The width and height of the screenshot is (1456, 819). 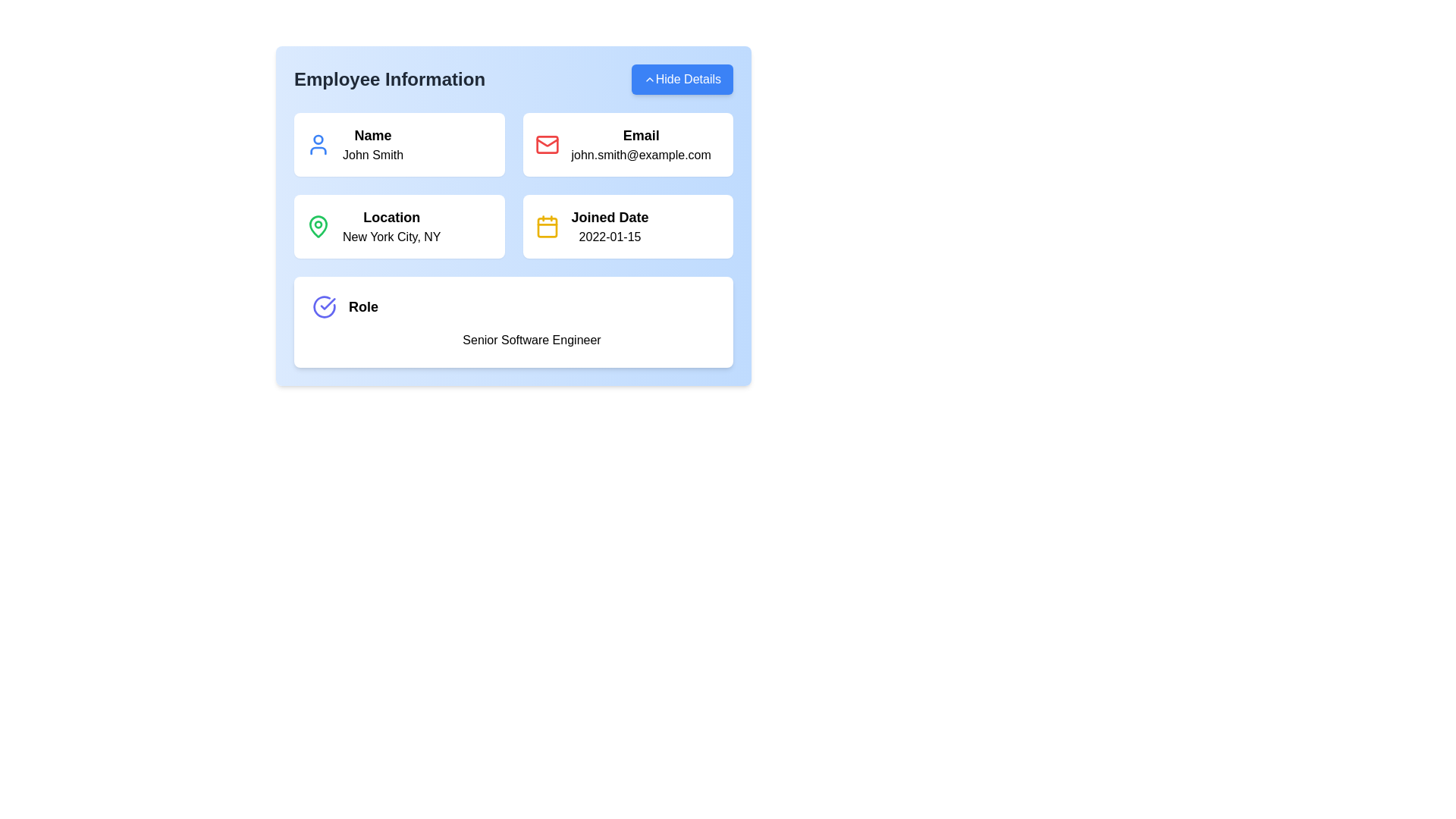 I want to click on the informational text label displaying the date when the individual joined, located beneath the 'Joined Date' label in the 'Employee Information' section's fourth card, so click(x=610, y=237).